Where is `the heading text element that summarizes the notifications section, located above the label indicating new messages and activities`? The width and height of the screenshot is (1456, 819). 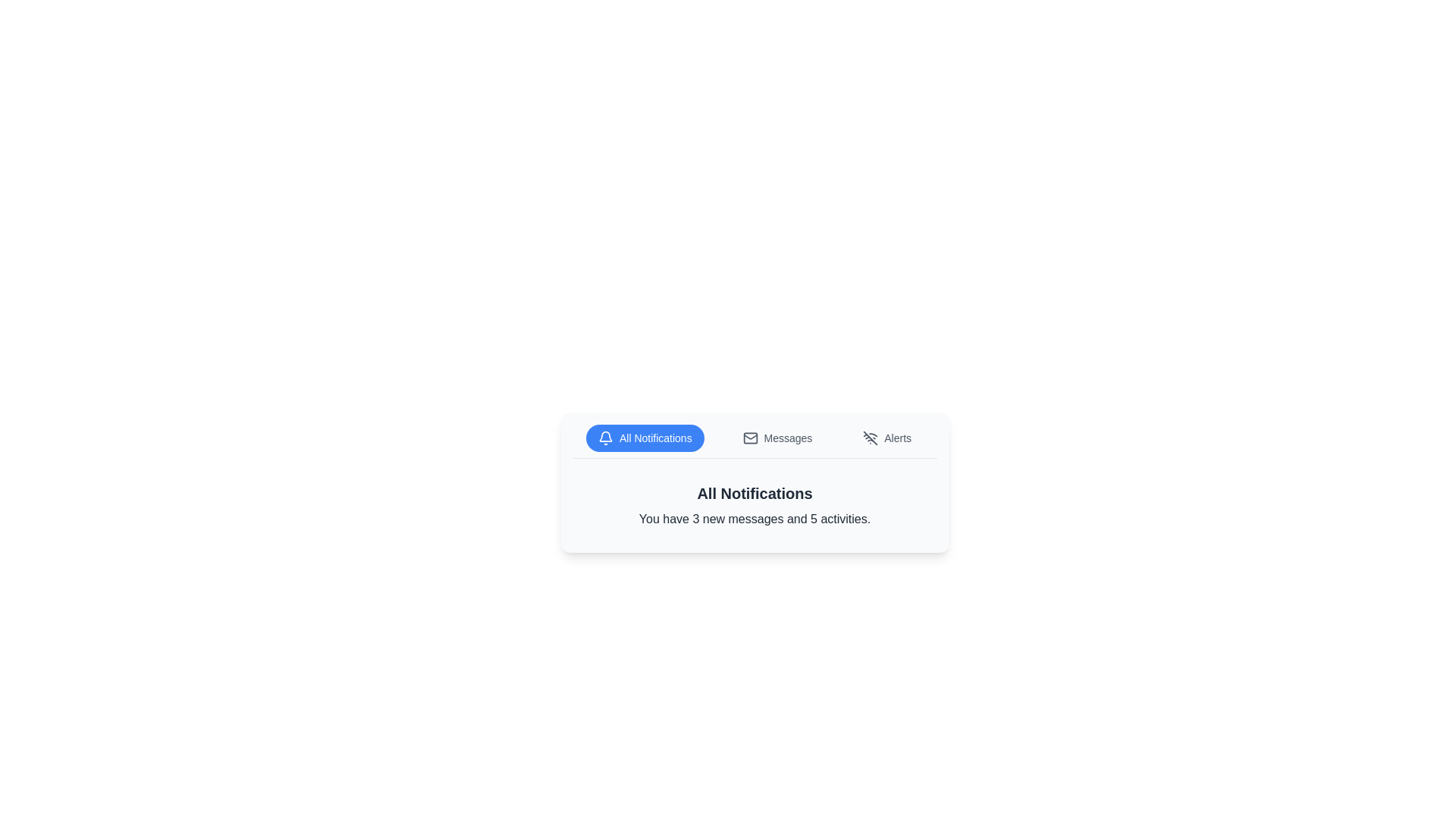
the heading text element that summarizes the notifications section, located above the label indicating new messages and activities is located at coordinates (755, 494).